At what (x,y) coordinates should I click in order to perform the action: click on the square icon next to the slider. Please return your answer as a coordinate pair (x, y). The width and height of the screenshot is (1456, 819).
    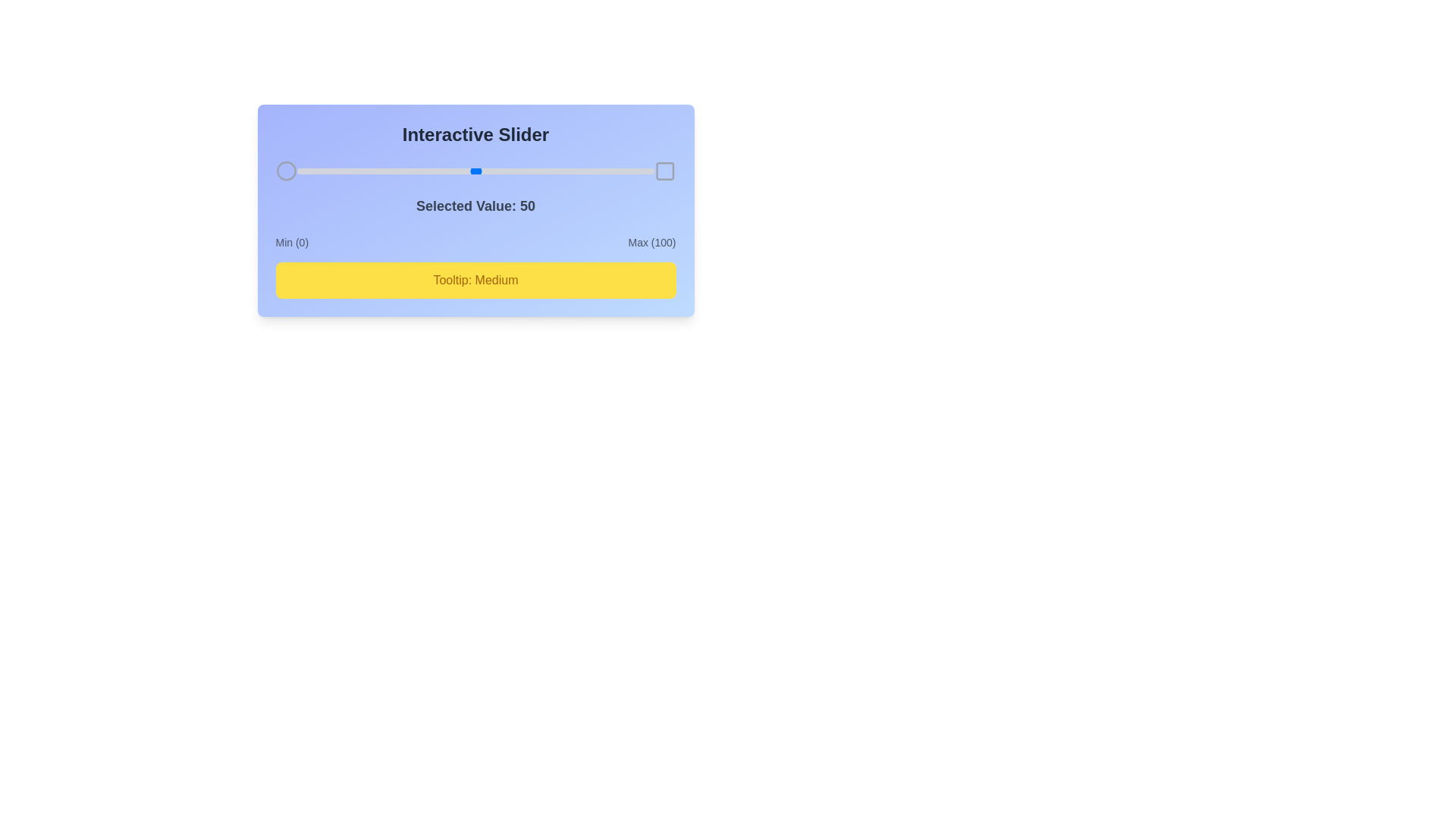
    Looking at the image, I should click on (665, 171).